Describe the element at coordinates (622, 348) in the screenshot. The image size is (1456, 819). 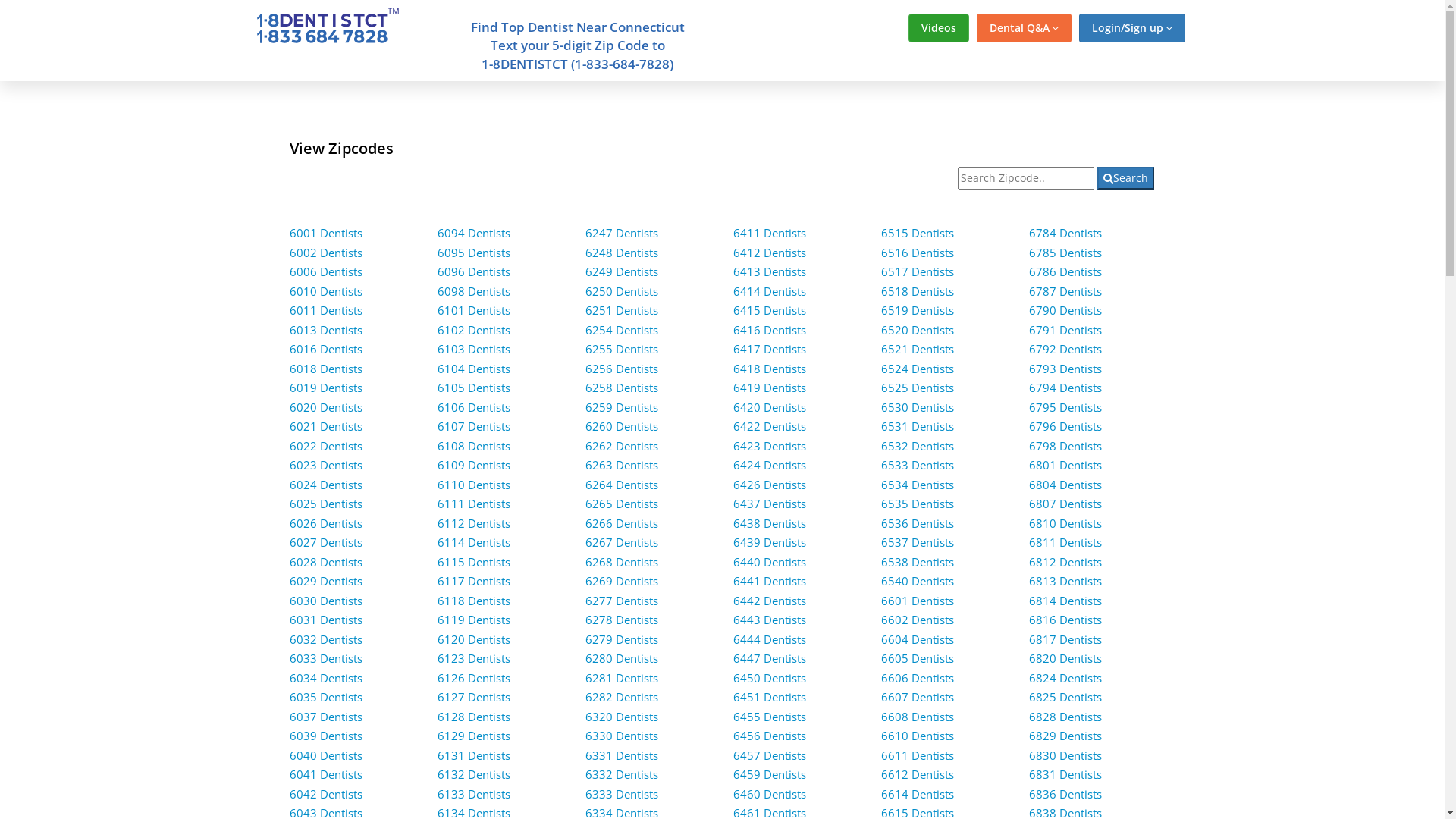
I see `'6255 Dentists'` at that location.